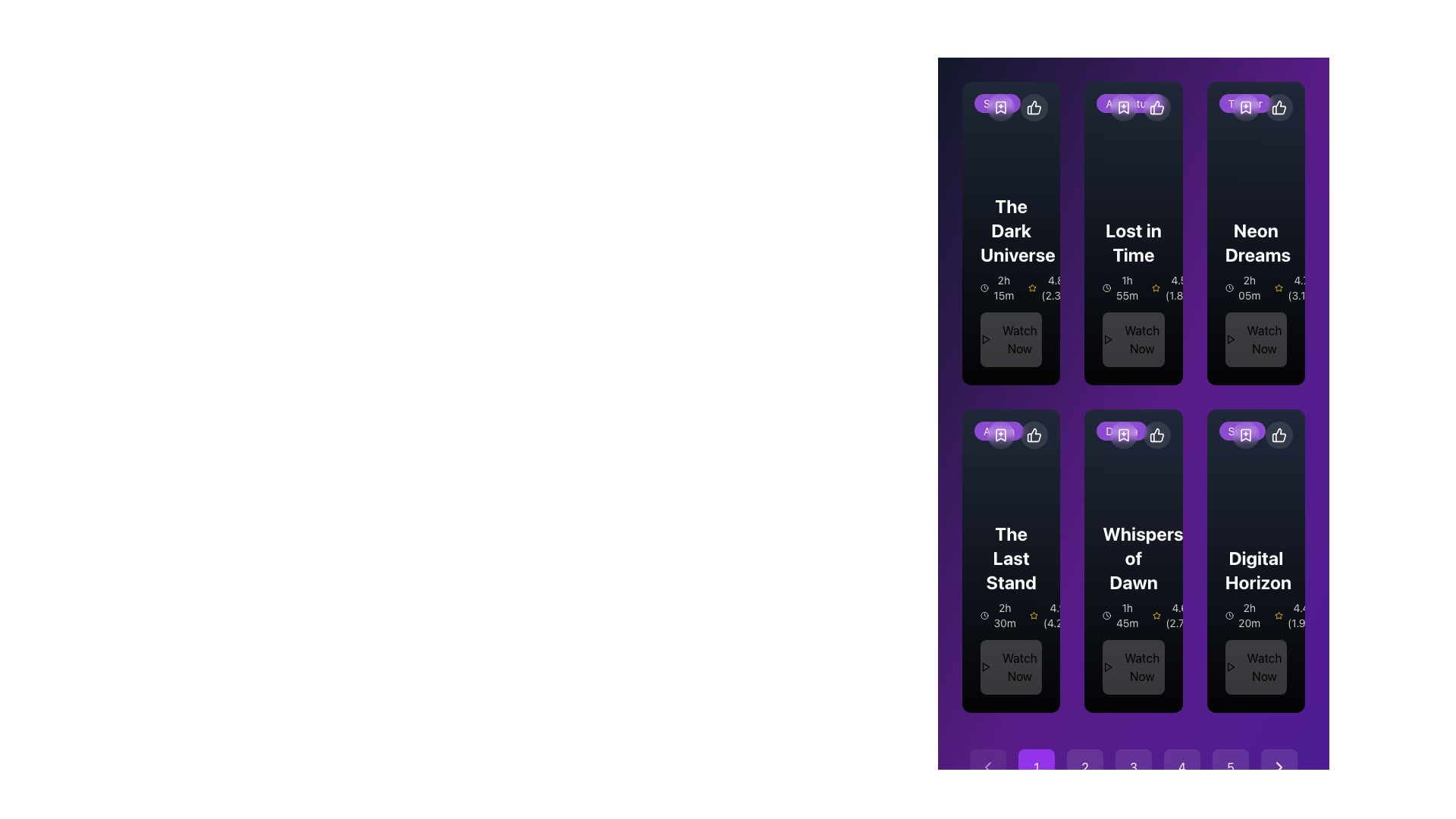  I want to click on the bookmark icon graphic within the circular button located at the top middle of the 'Lost in Time' card, which is styled in white against a purple background, so click(1123, 107).